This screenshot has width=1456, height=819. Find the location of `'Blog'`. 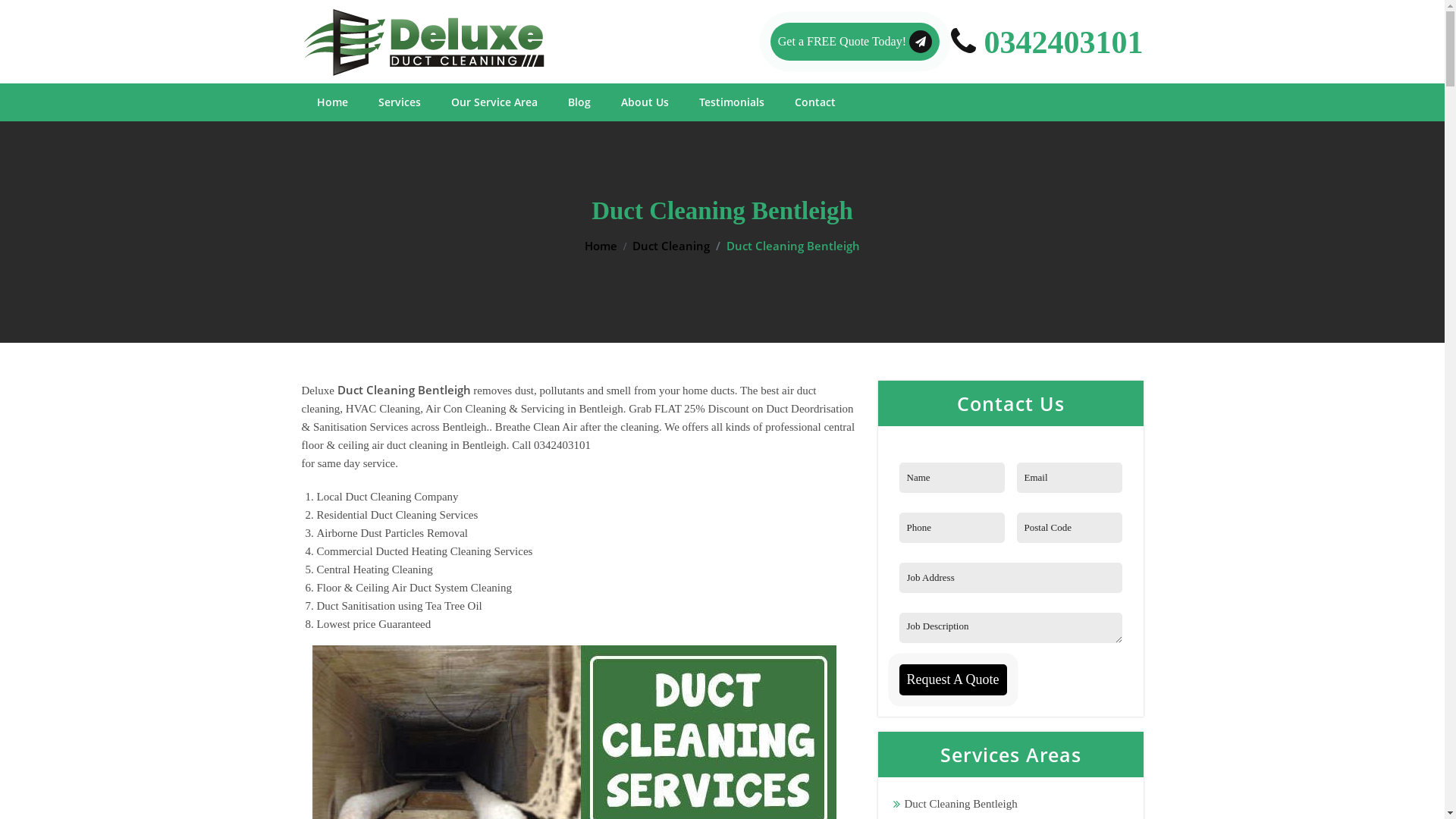

'Blog' is located at coordinates (578, 102).